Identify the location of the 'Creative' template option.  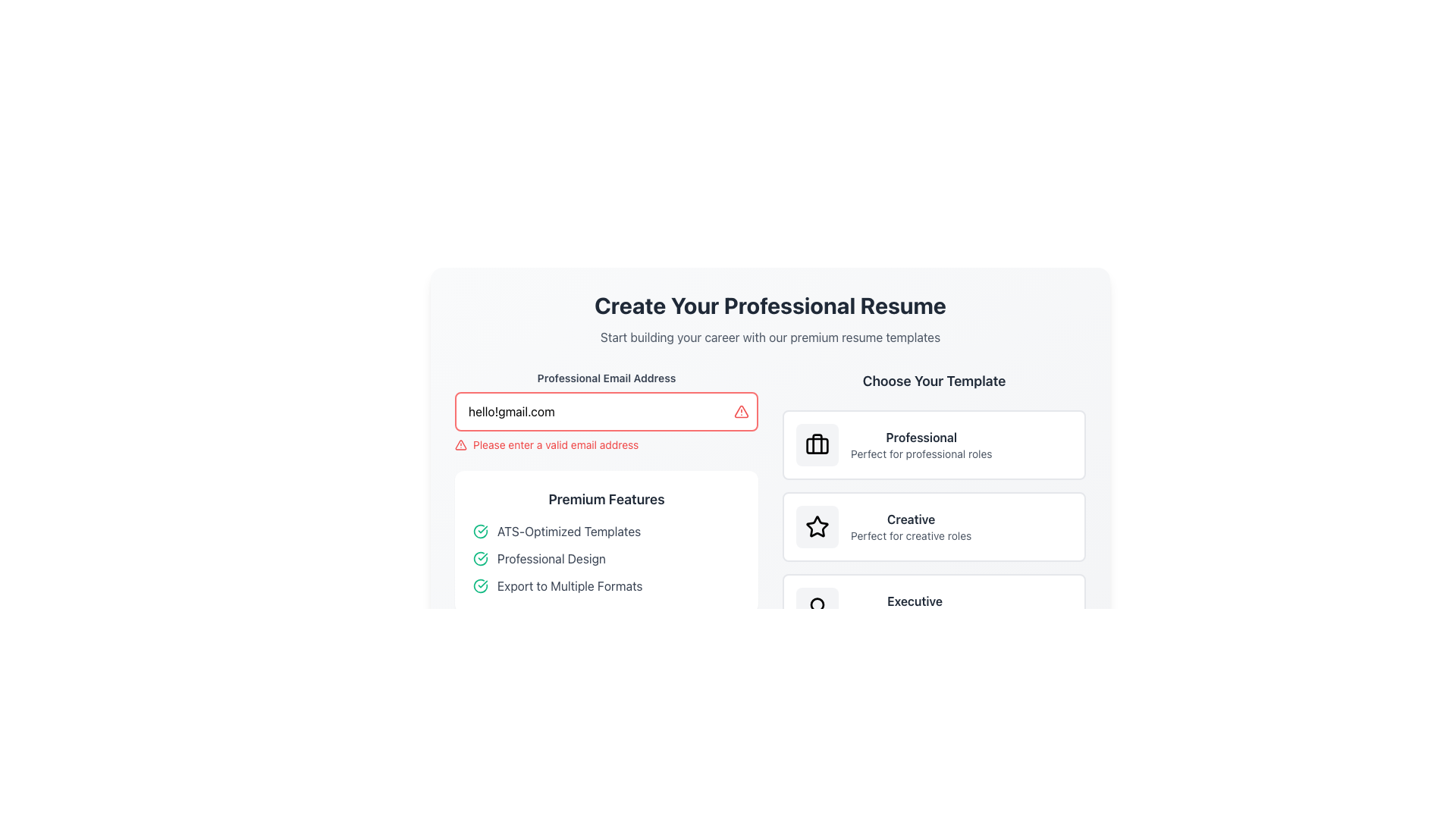
(934, 526).